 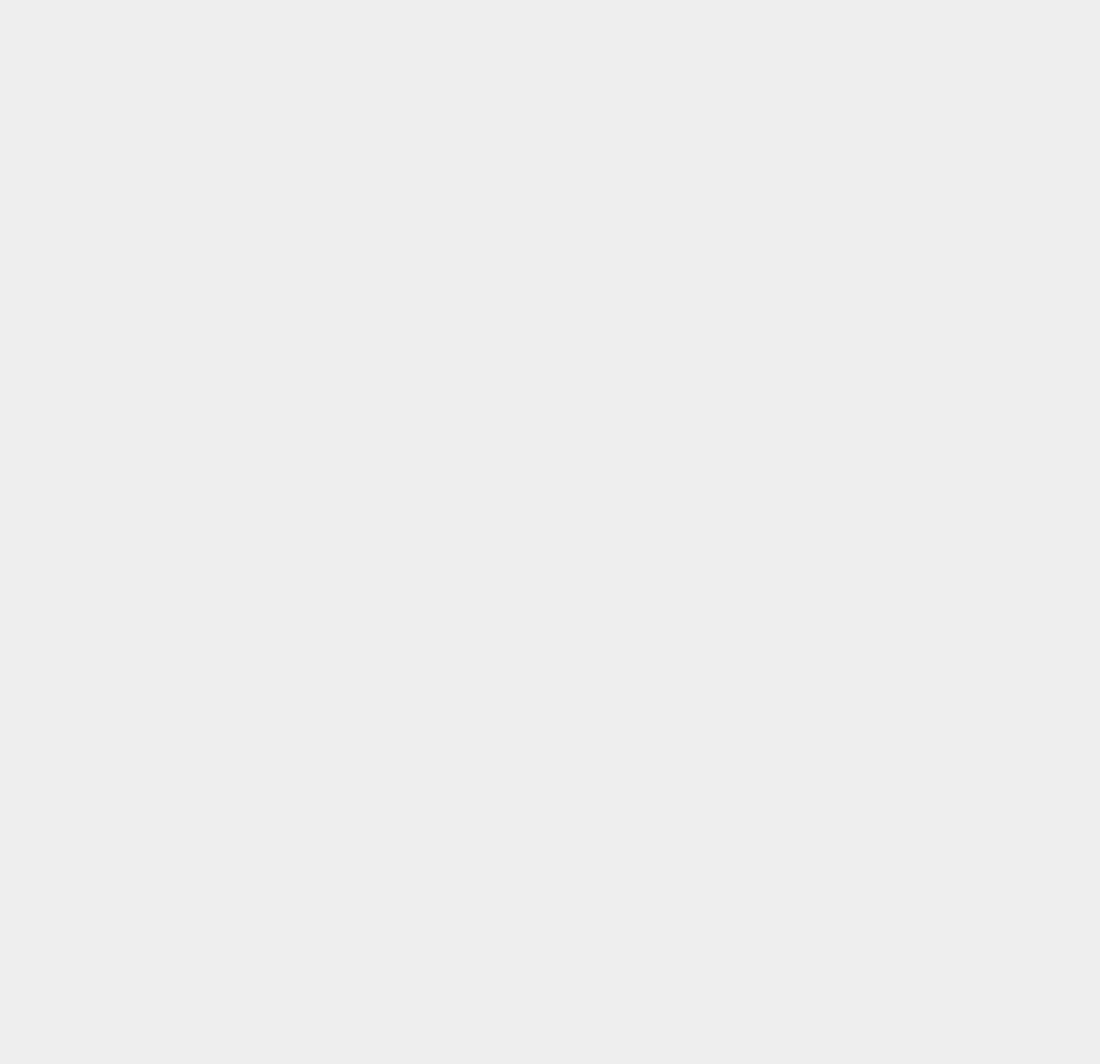 What do you see at coordinates (806, 243) in the screenshot?
I see `'Smart TV'` at bounding box center [806, 243].